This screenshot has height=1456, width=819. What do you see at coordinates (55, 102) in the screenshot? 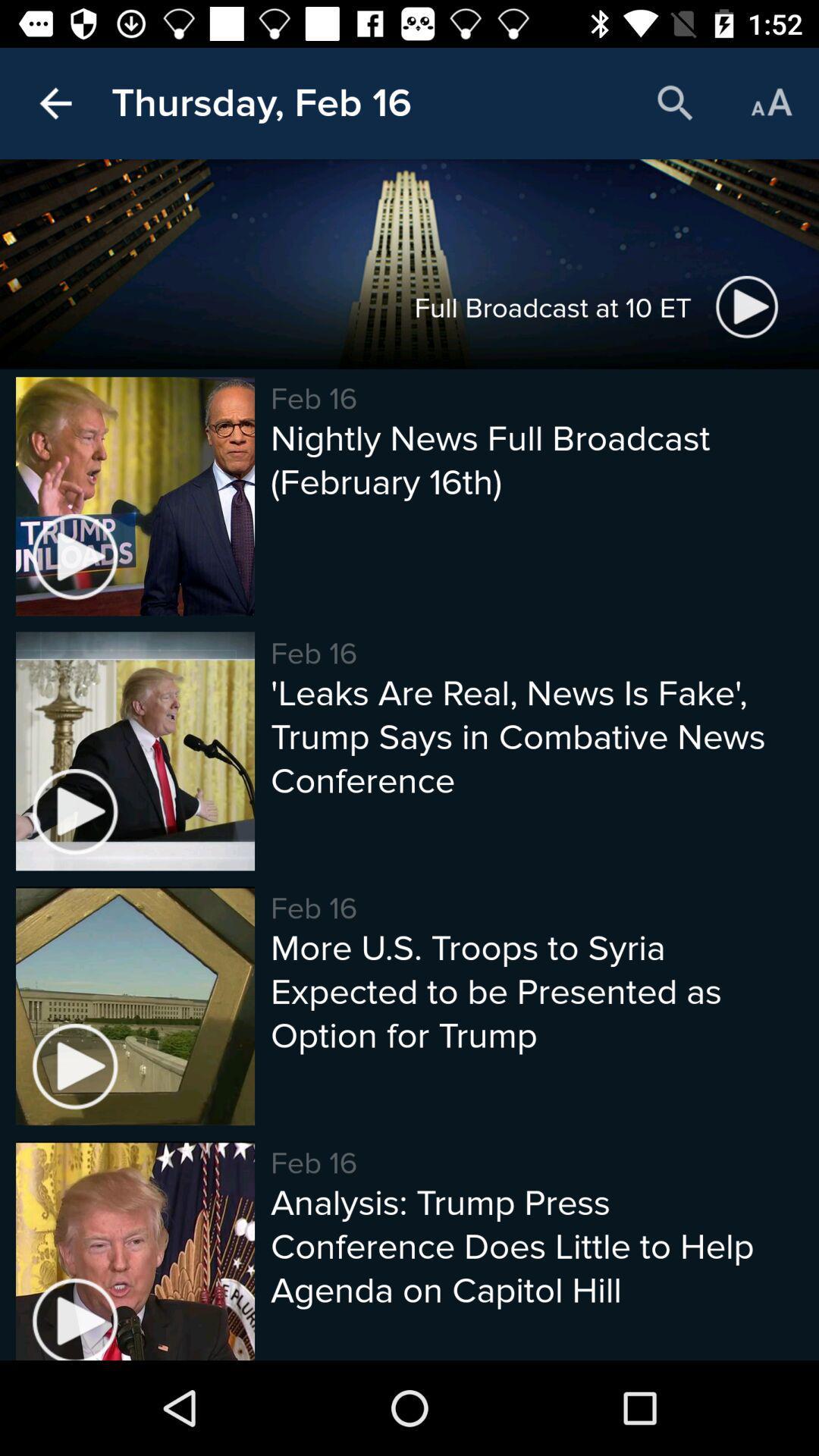
I see `the item next to the thursday, feb 16 icon` at bounding box center [55, 102].